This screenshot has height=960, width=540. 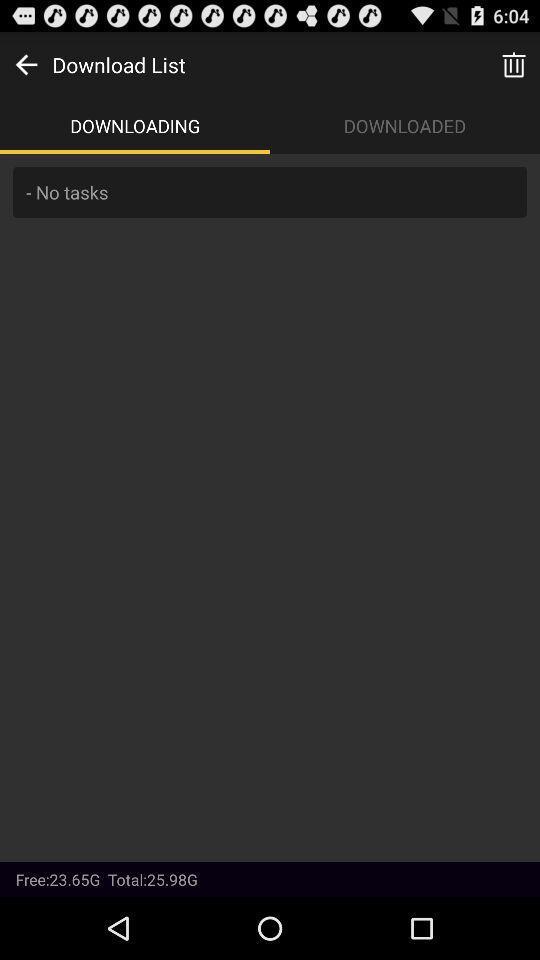 I want to click on back, so click(x=25, y=64).